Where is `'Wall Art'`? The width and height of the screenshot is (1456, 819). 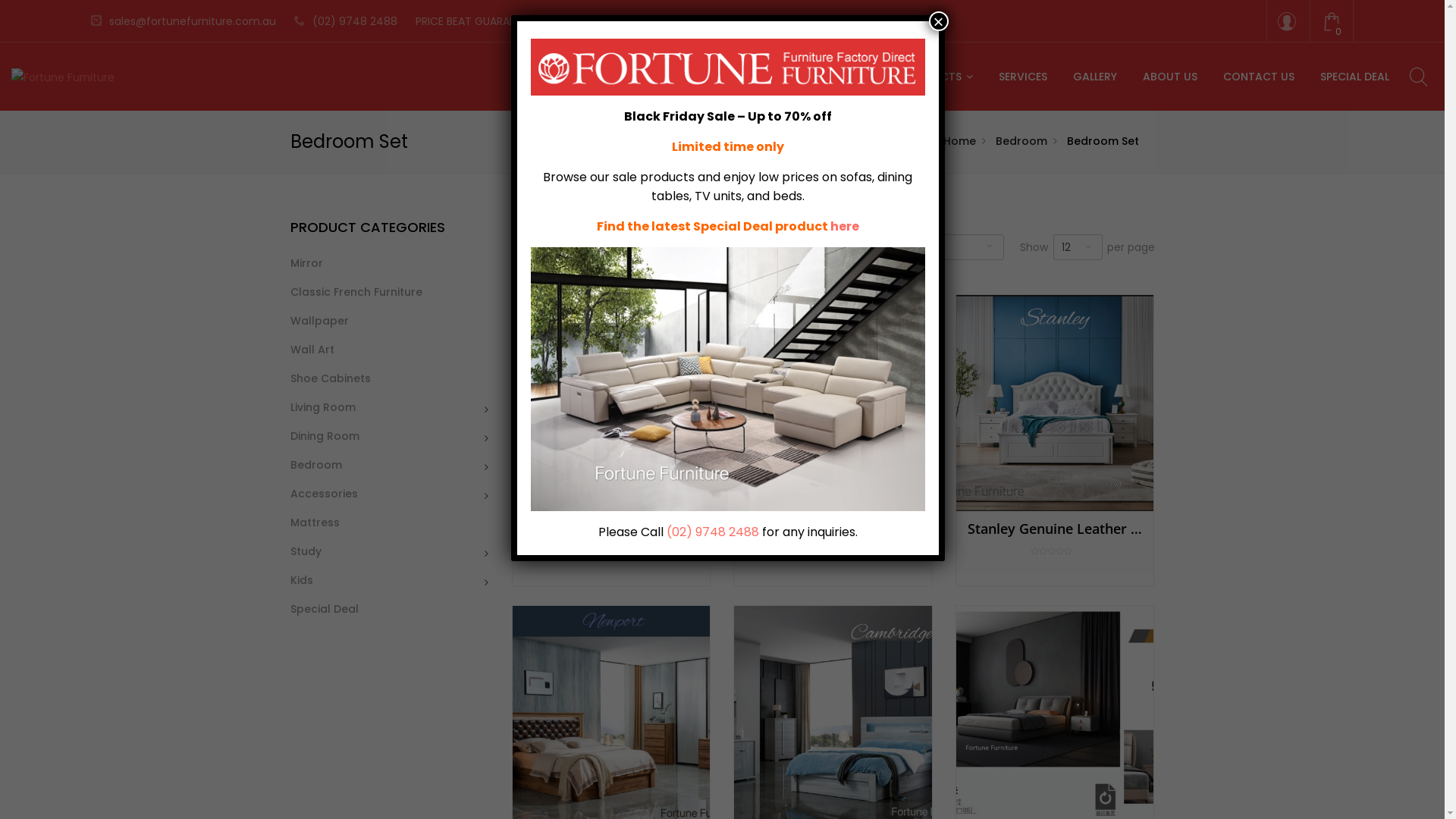
'Wall Art' is located at coordinates (311, 348).